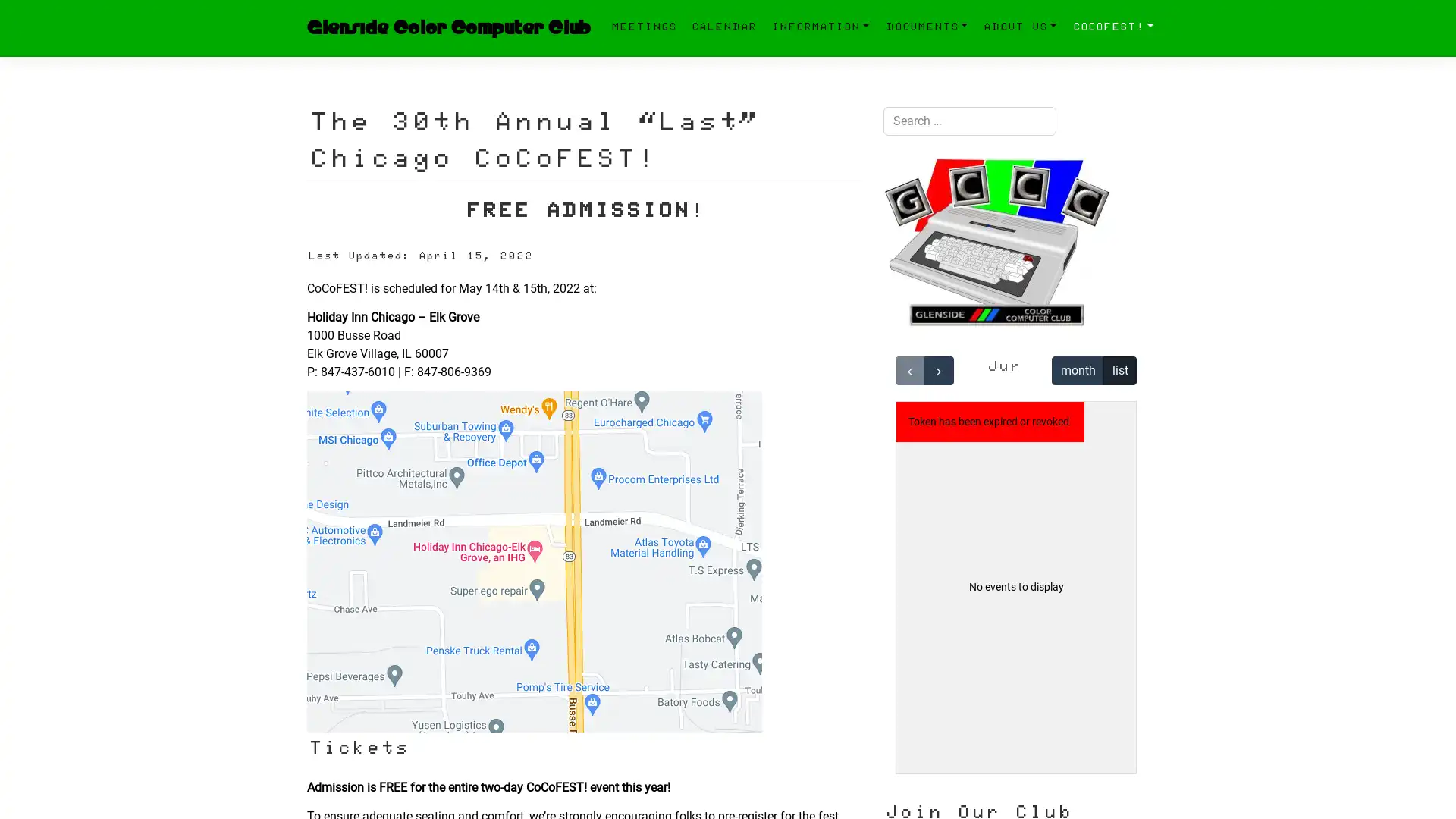 The width and height of the screenshot is (1456, 819). Describe the element at coordinates (1077, 370) in the screenshot. I see `month` at that location.